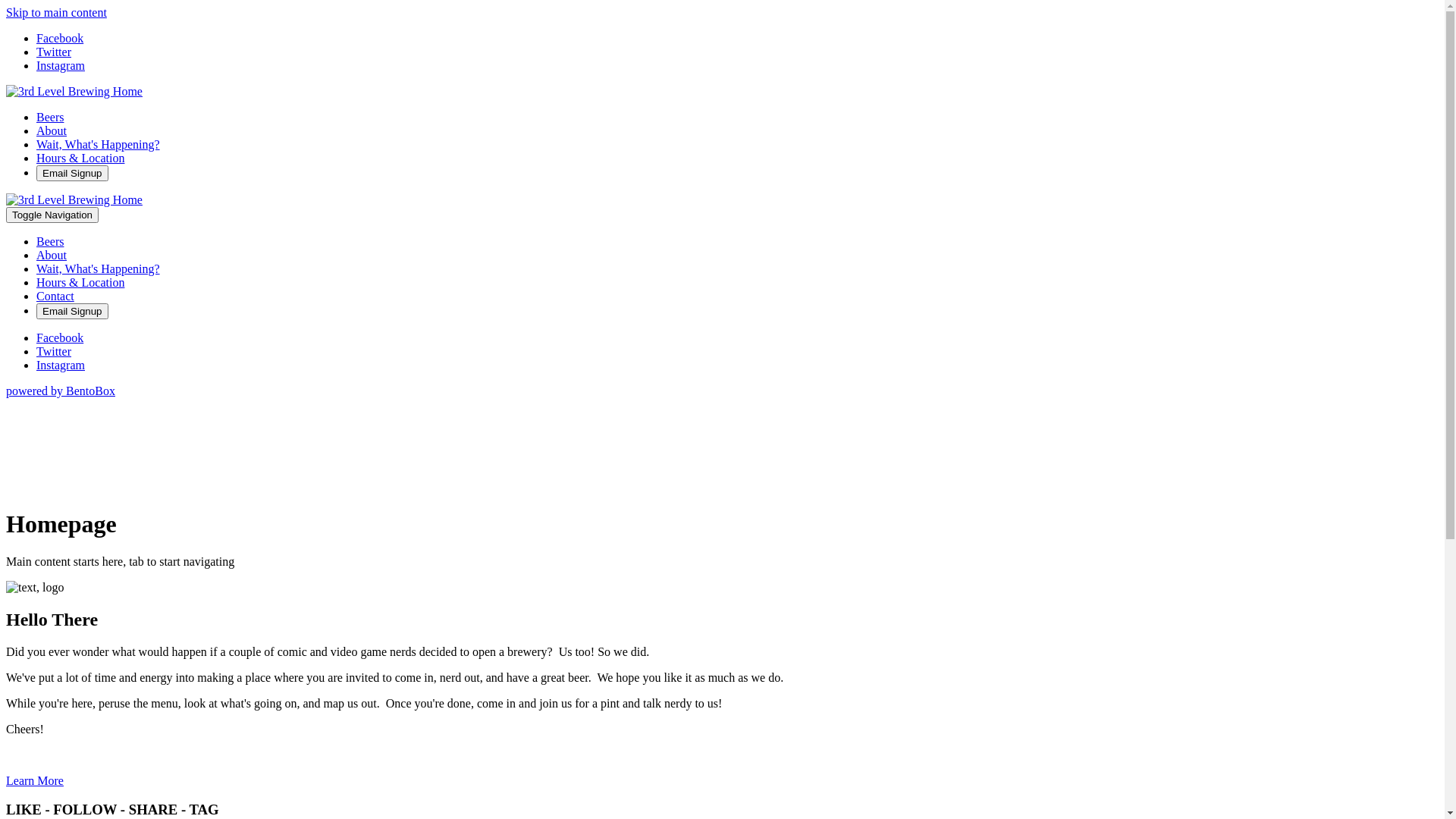 The height and width of the screenshot is (819, 1456). I want to click on 'Twitter', so click(54, 351).